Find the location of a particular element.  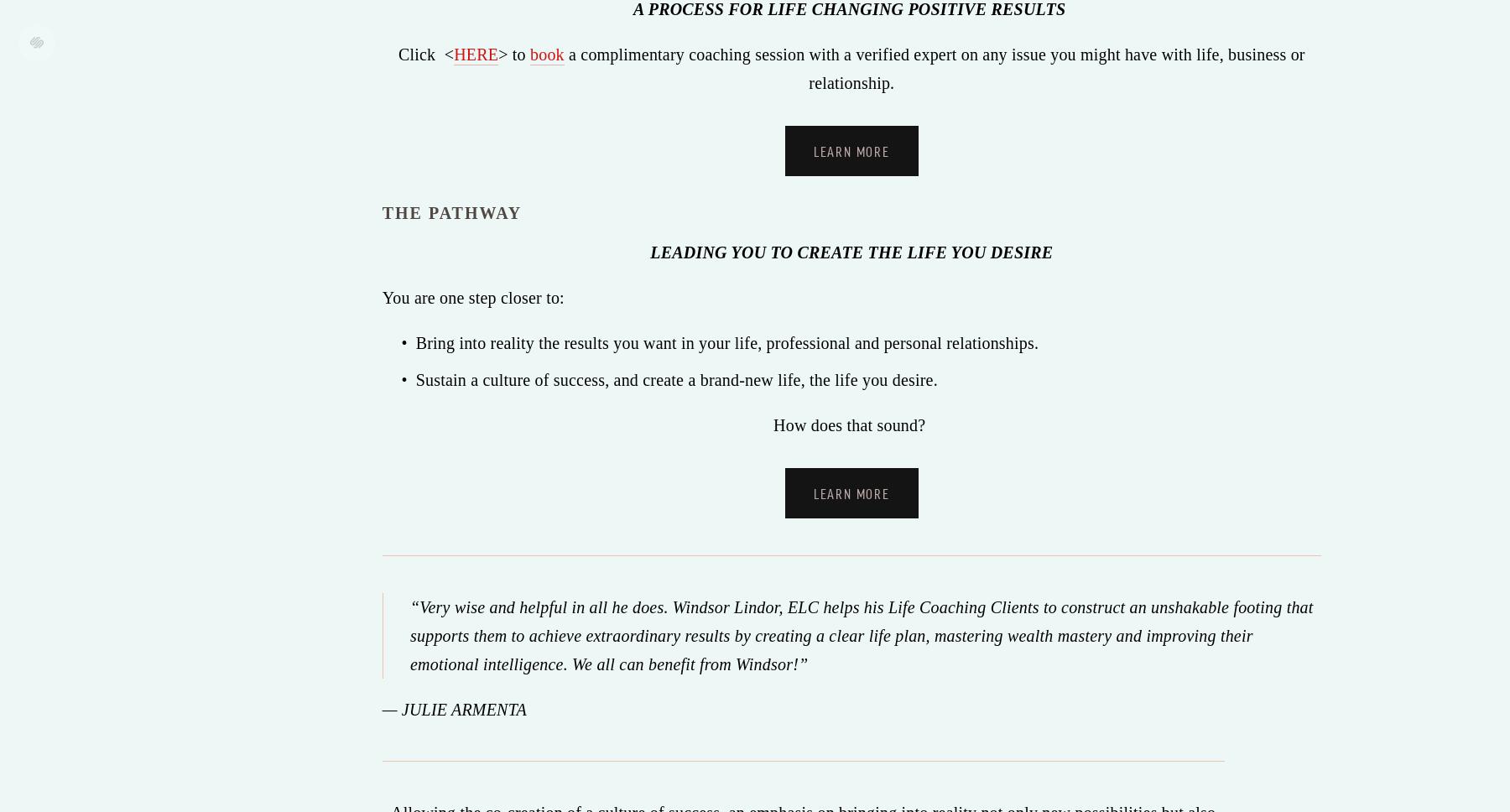

'LEADING YOU TO CREATE THE LIFE YOU DESIRE' is located at coordinates (851, 250).